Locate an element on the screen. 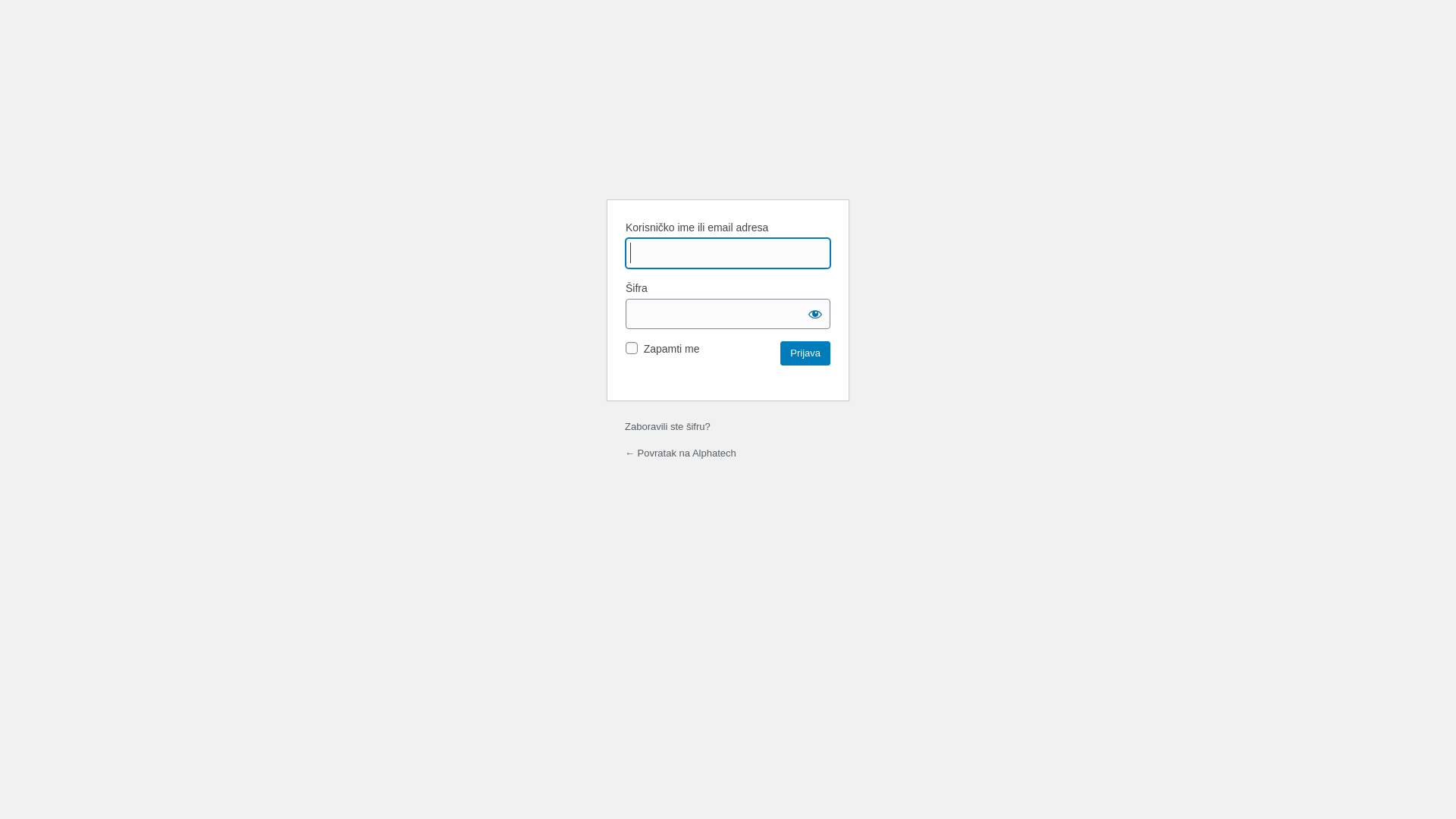 The image size is (1456, 819). 'Prijava' is located at coordinates (780, 353).